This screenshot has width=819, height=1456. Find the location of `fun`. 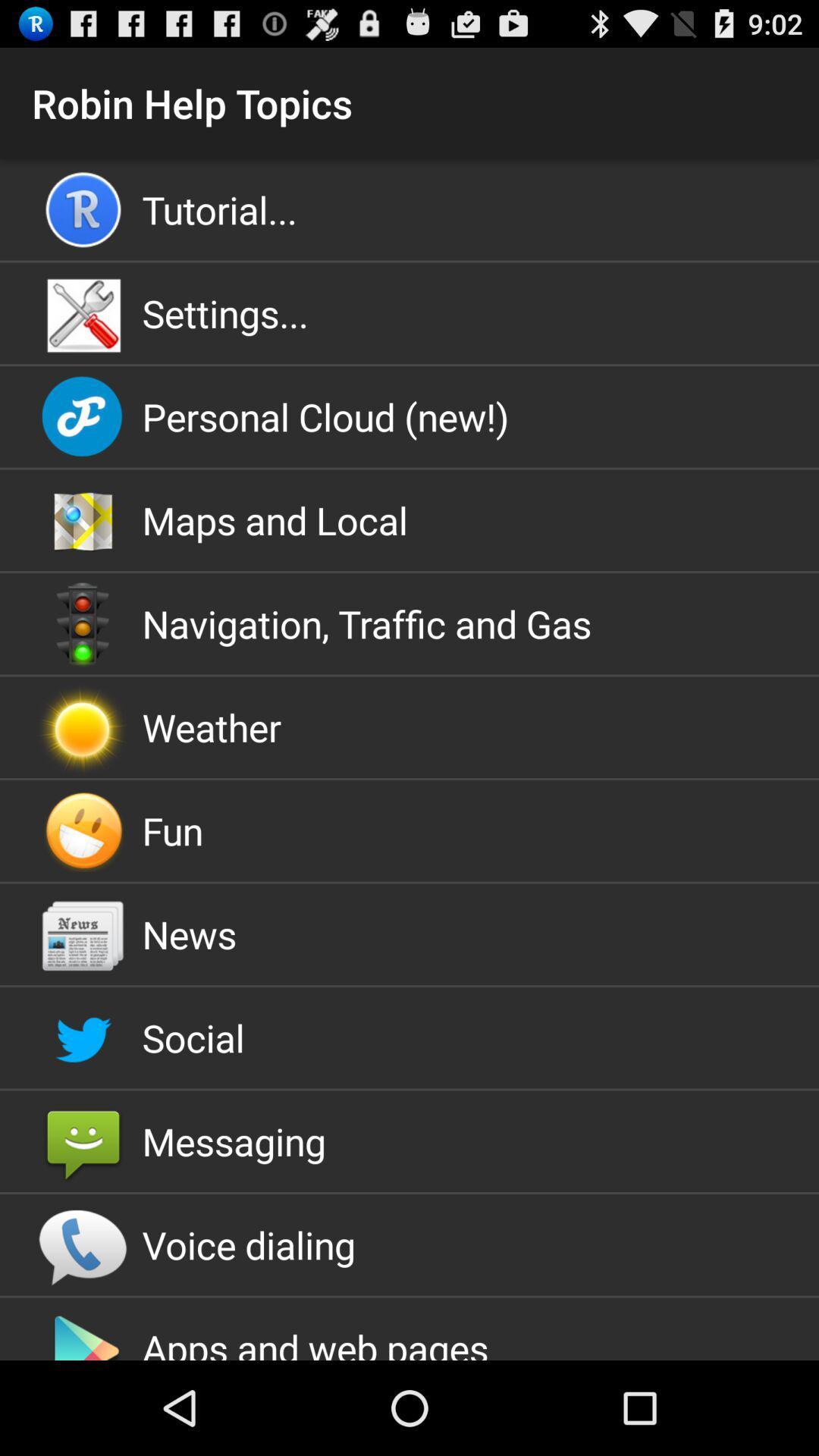

fun is located at coordinates (409, 830).